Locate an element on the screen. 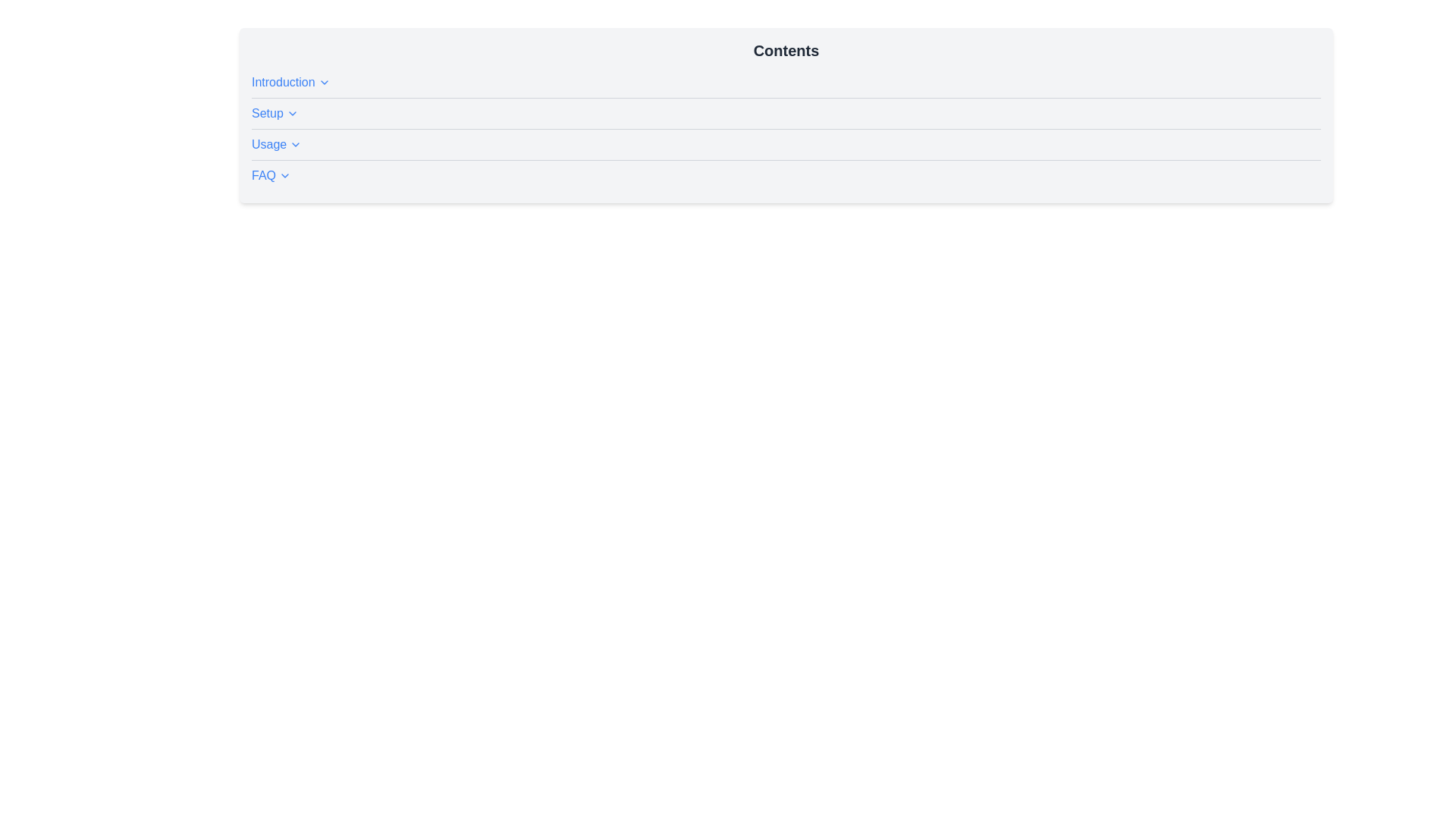 The width and height of the screenshot is (1456, 819). the small downward-pointing chevron icon located immediately to the right of the 'Setup' text label in the second row of the list is located at coordinates (292, 113).